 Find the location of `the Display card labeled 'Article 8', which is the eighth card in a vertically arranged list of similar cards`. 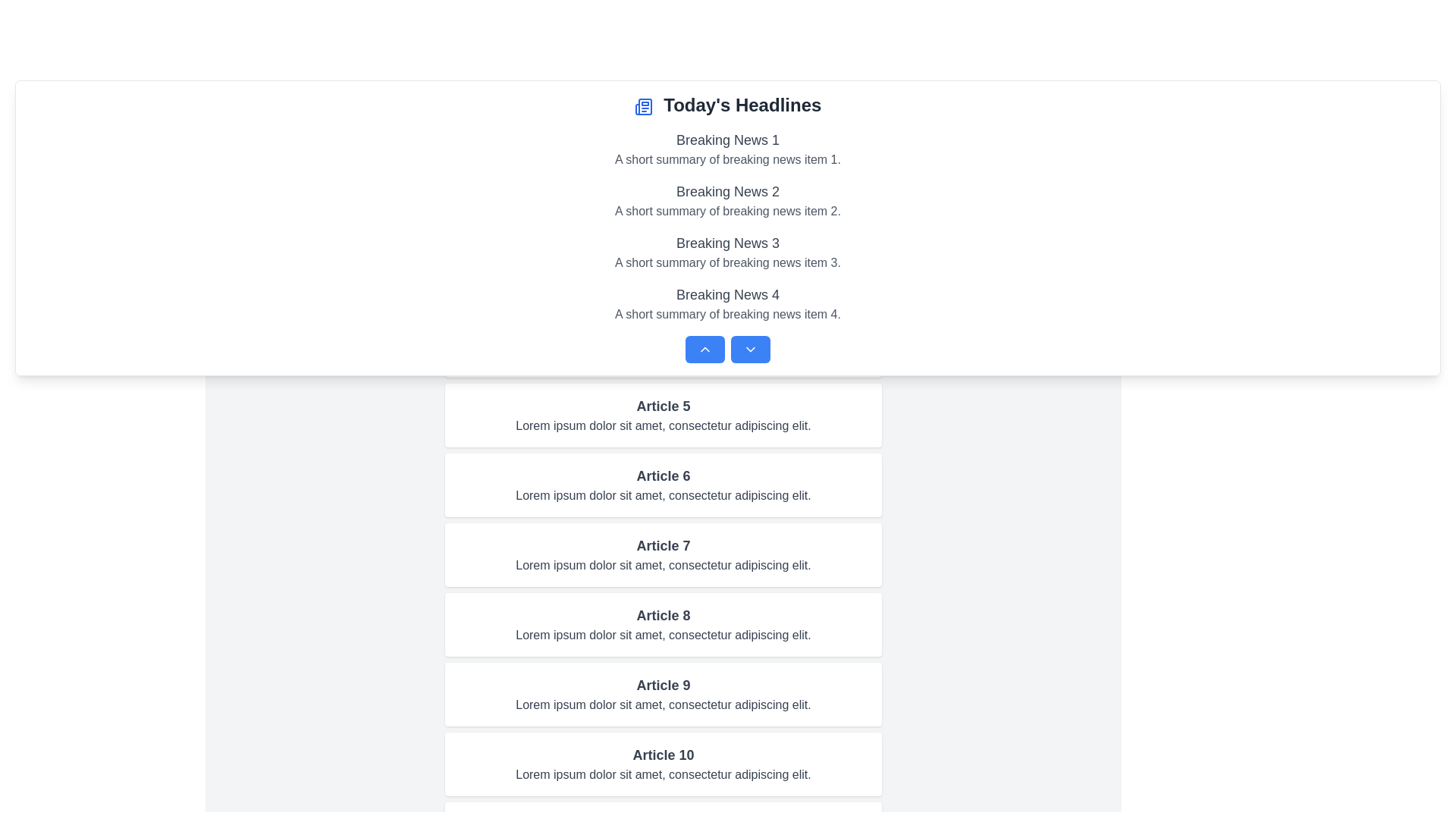

the Display card labeled 'Article 8', which is the eighth card in a vertically arranged list of similar cards is located at coordinates (663, 625).